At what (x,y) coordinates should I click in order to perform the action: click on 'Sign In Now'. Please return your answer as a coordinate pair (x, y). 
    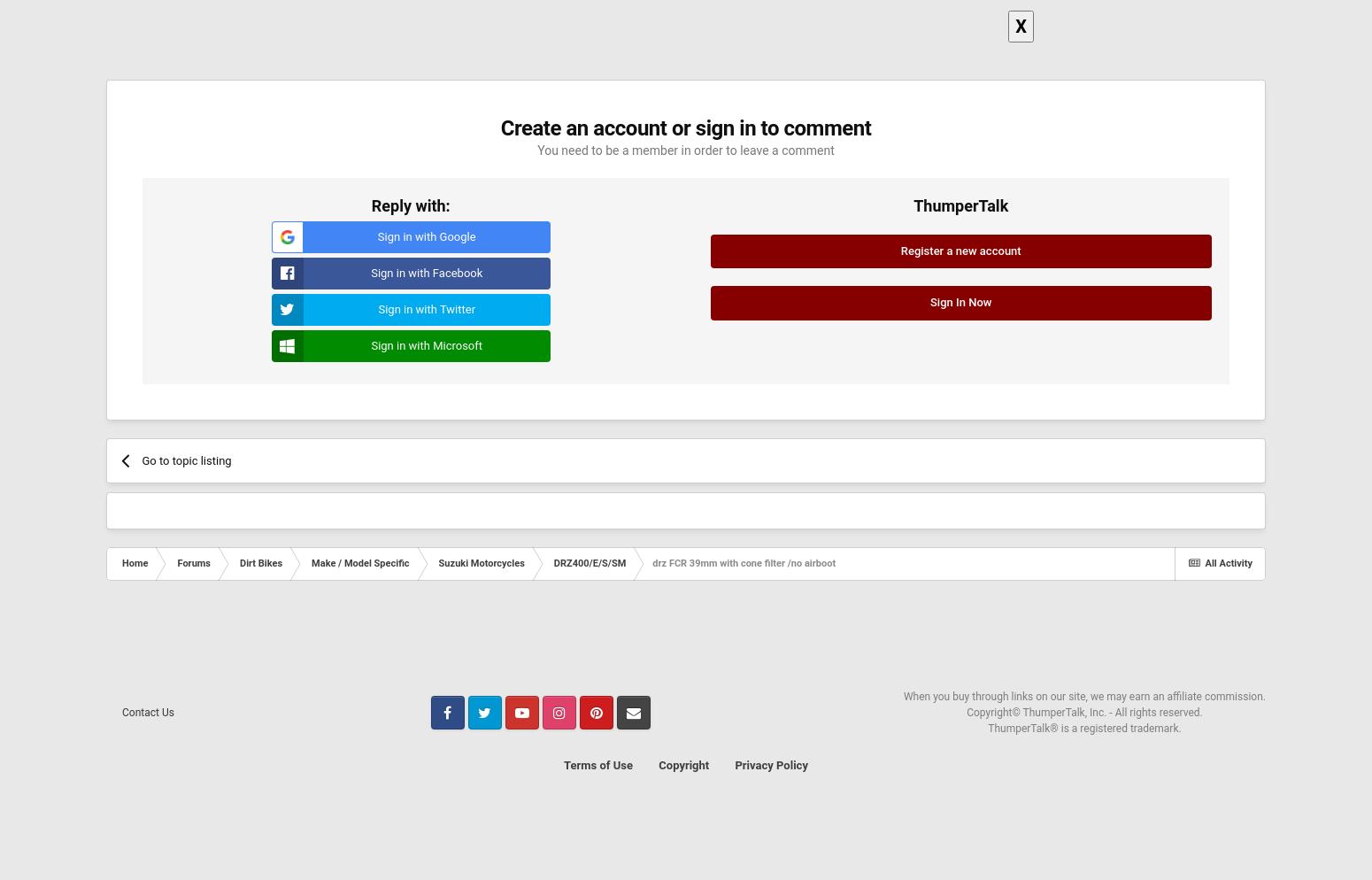
    Looking at the image, I should click on (960, 301).